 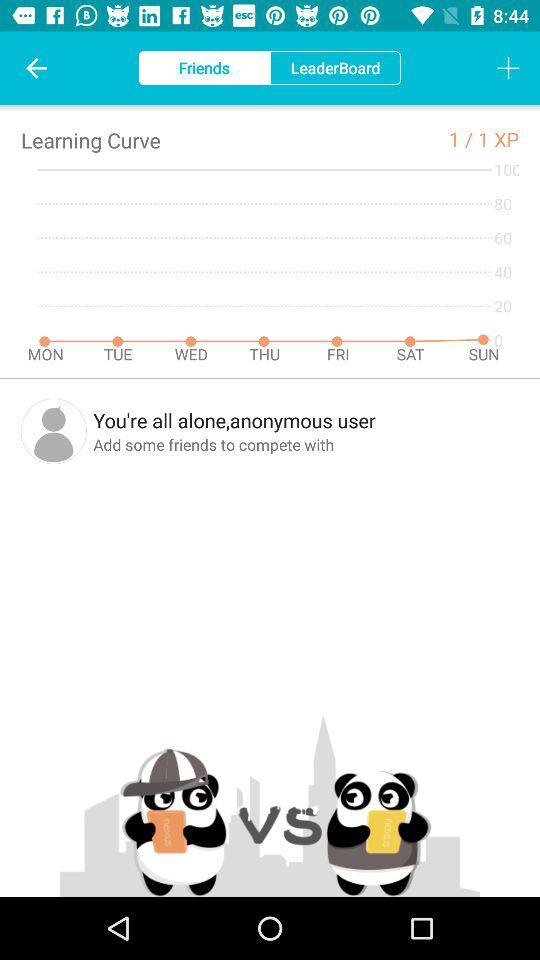 What do you see at coordinates (53, 431) in the screenshot?
I see `the icon to the left of the you re all` at bounding box center [53, 431].